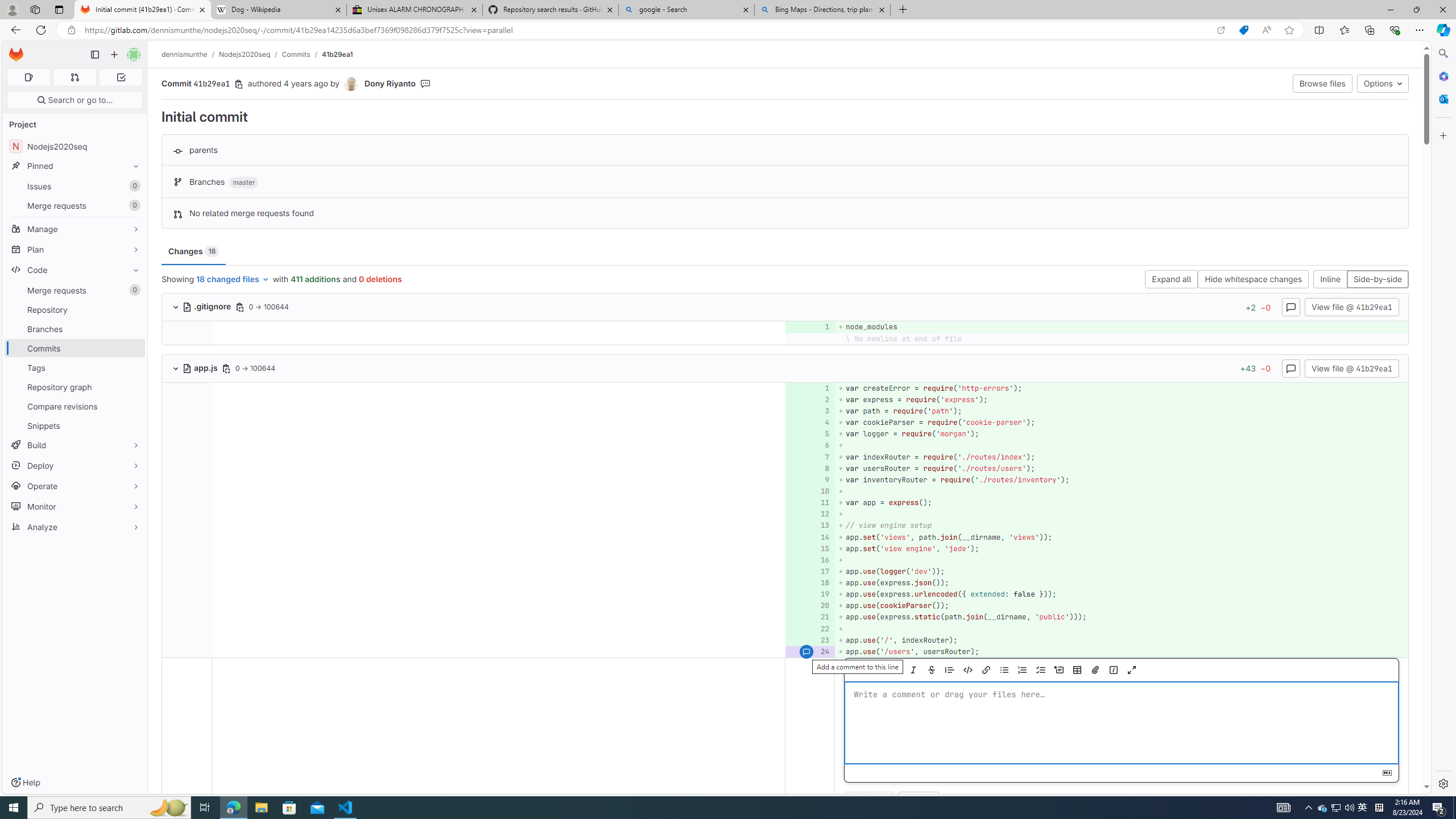 This screenshot has height=819, width=1456. What do you see at coordinates (809, 640) in the screenshot?
I see `'Add a comment to this line 23'` at bounding box center [809, 640].